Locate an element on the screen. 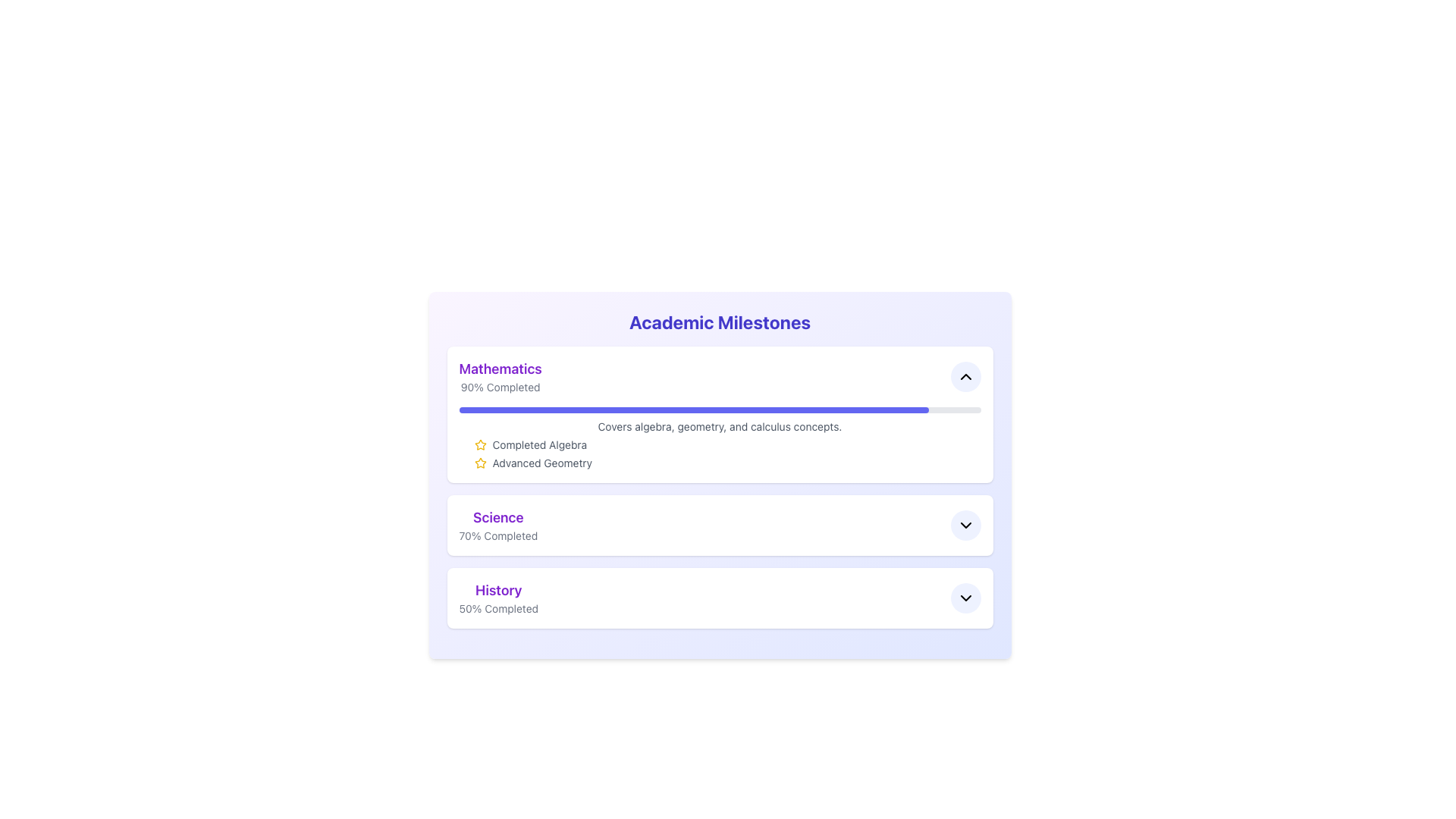 The width and height of the screenshot is (1456, 819). the progress representation of the horizontal progress bar in the Mathematics section, which indicates that 90% of the task is completed is located at coordinates (719, 409).